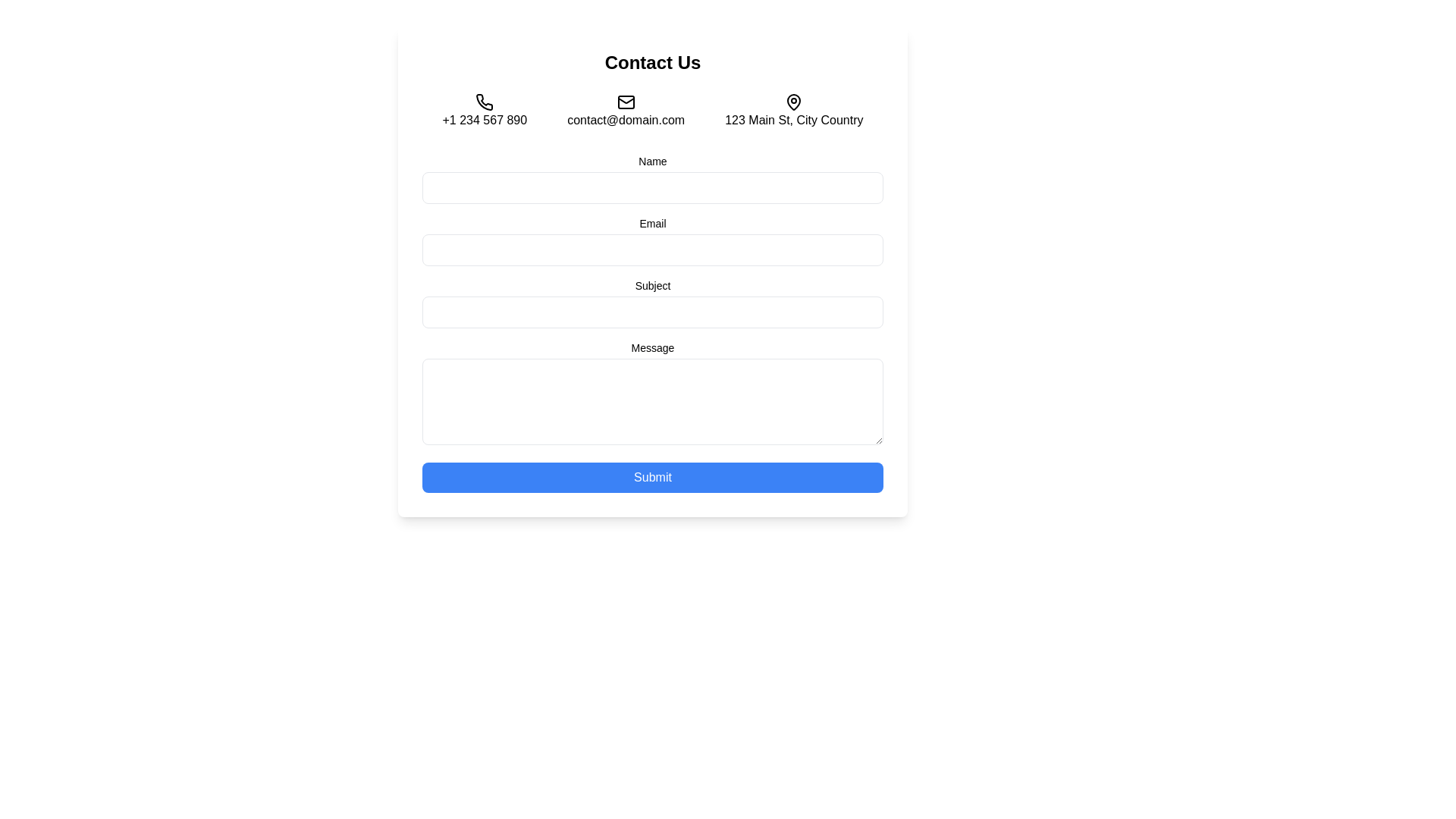 Image resolution: width=1456 pixels, height=819 pixels. Describe the element at coordinates (793, 102) in the screenshot. I see `the round pin or map marker icon located to the right of the text label '123 Main St, City Country' in the top-right section of the interface` at that location.